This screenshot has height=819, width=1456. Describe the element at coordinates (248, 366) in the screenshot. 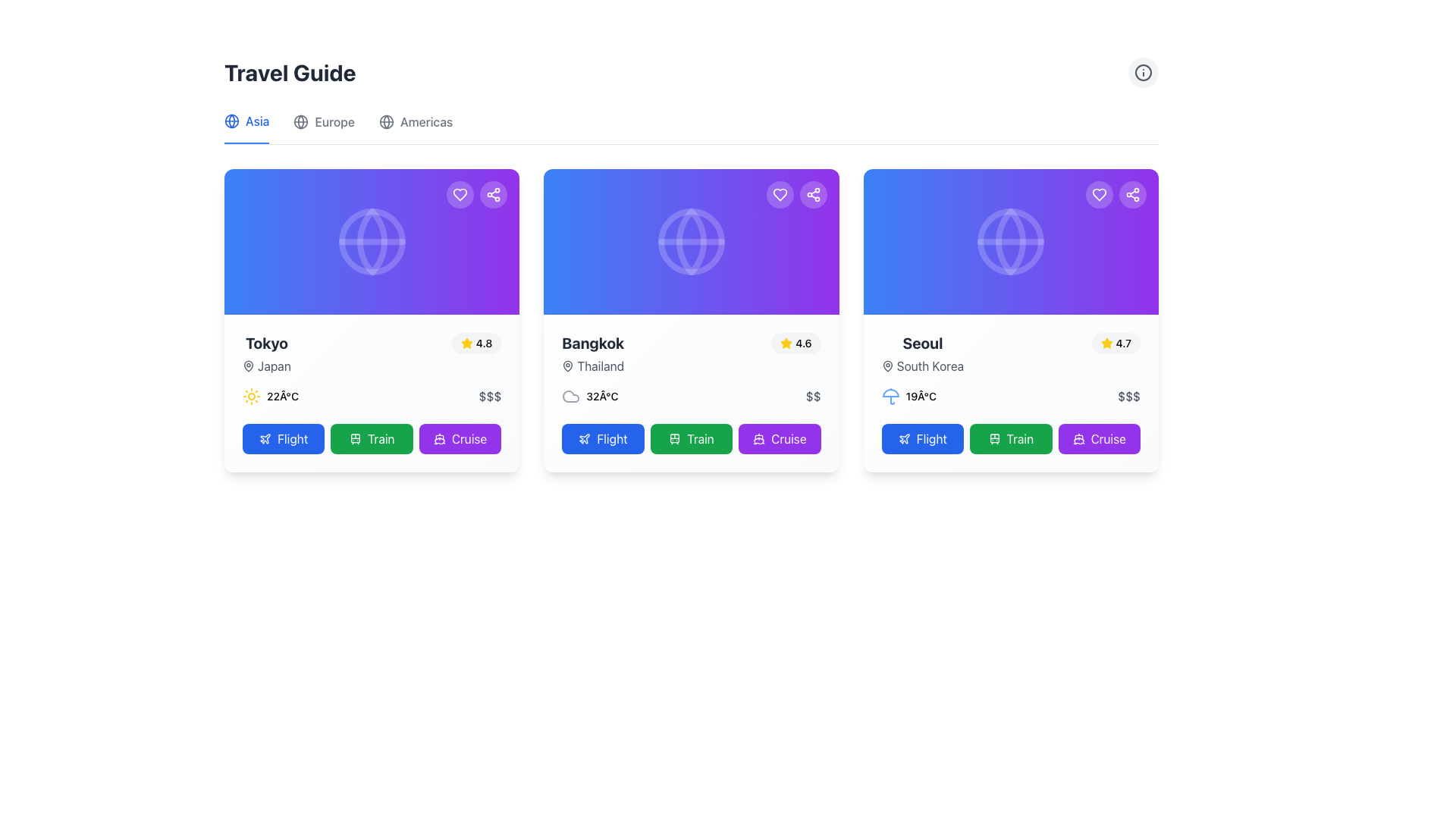

I see `the geographical location icon located to the immediate left of the text 'Japan' in the first card of the row, if it is linked to an action` at that location.